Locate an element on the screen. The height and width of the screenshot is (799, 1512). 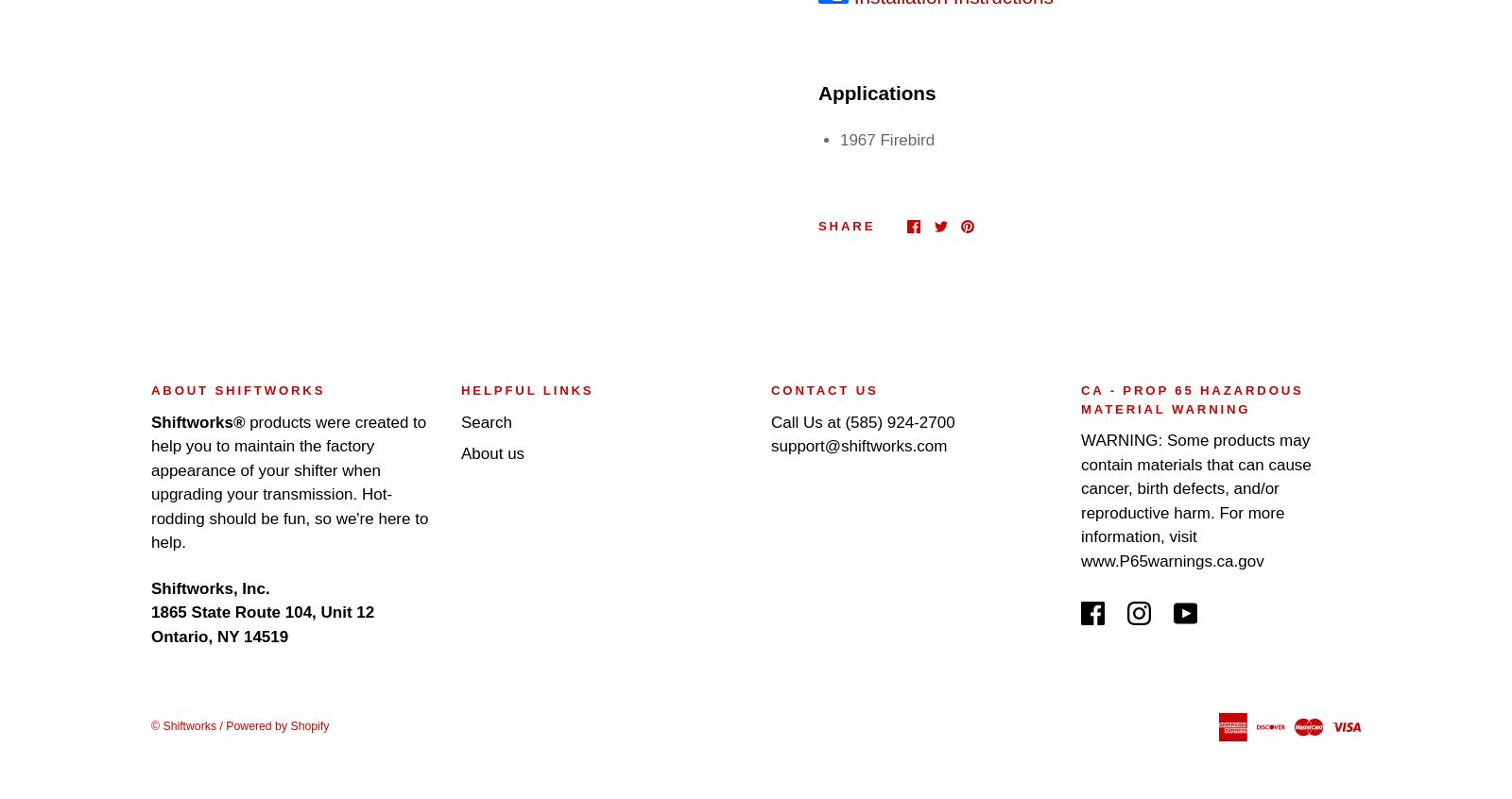
'1865 State Route 104, Unit 12' is located at coordinates (263, 612).